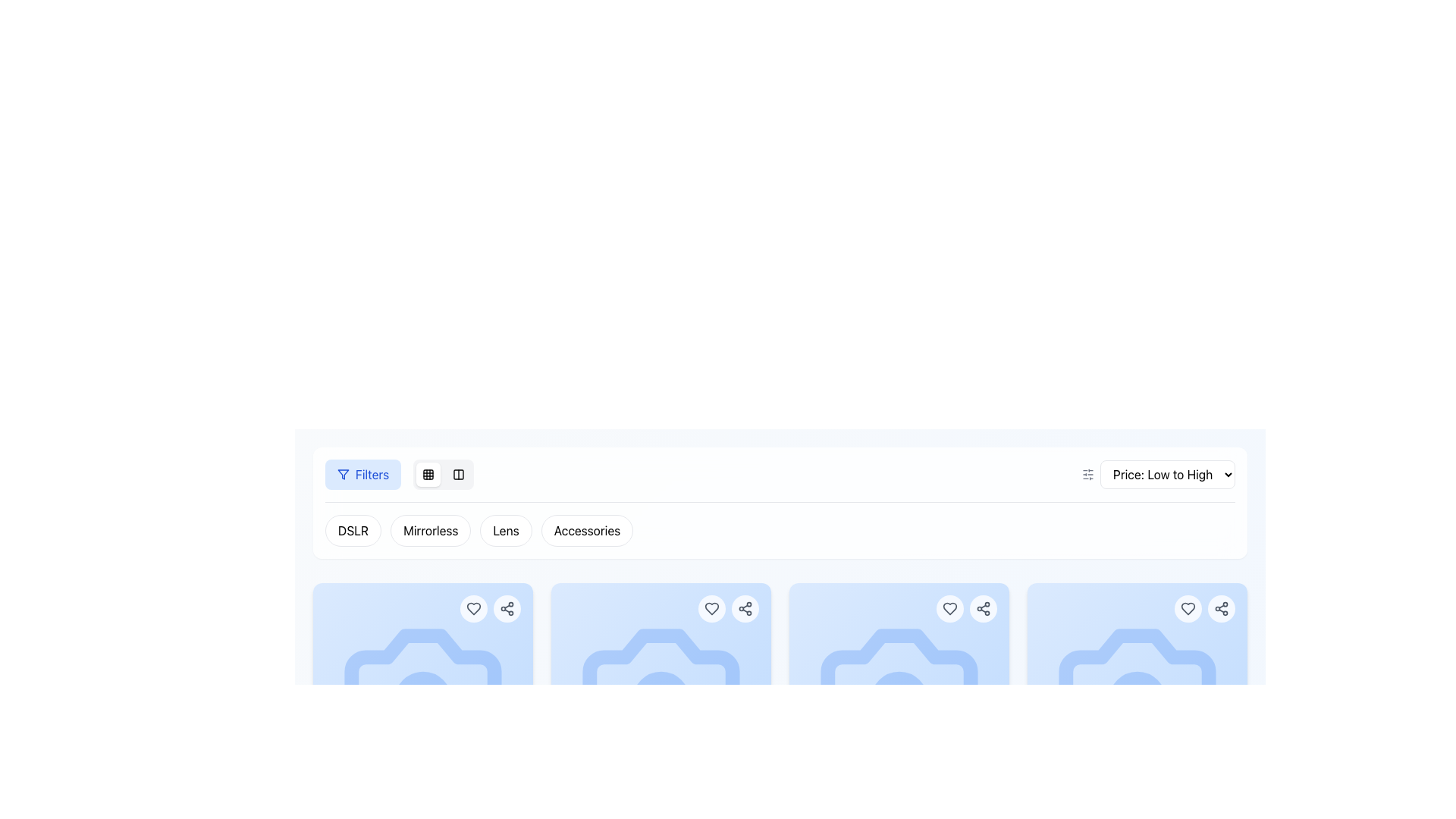  What do you see at coordinates (342, 473) in the screenshot?
I see `the filtering icon located within the 'Filters' button on the left side of the horizontal navigation bar above the product listing section` at bounding box center [342, 473].